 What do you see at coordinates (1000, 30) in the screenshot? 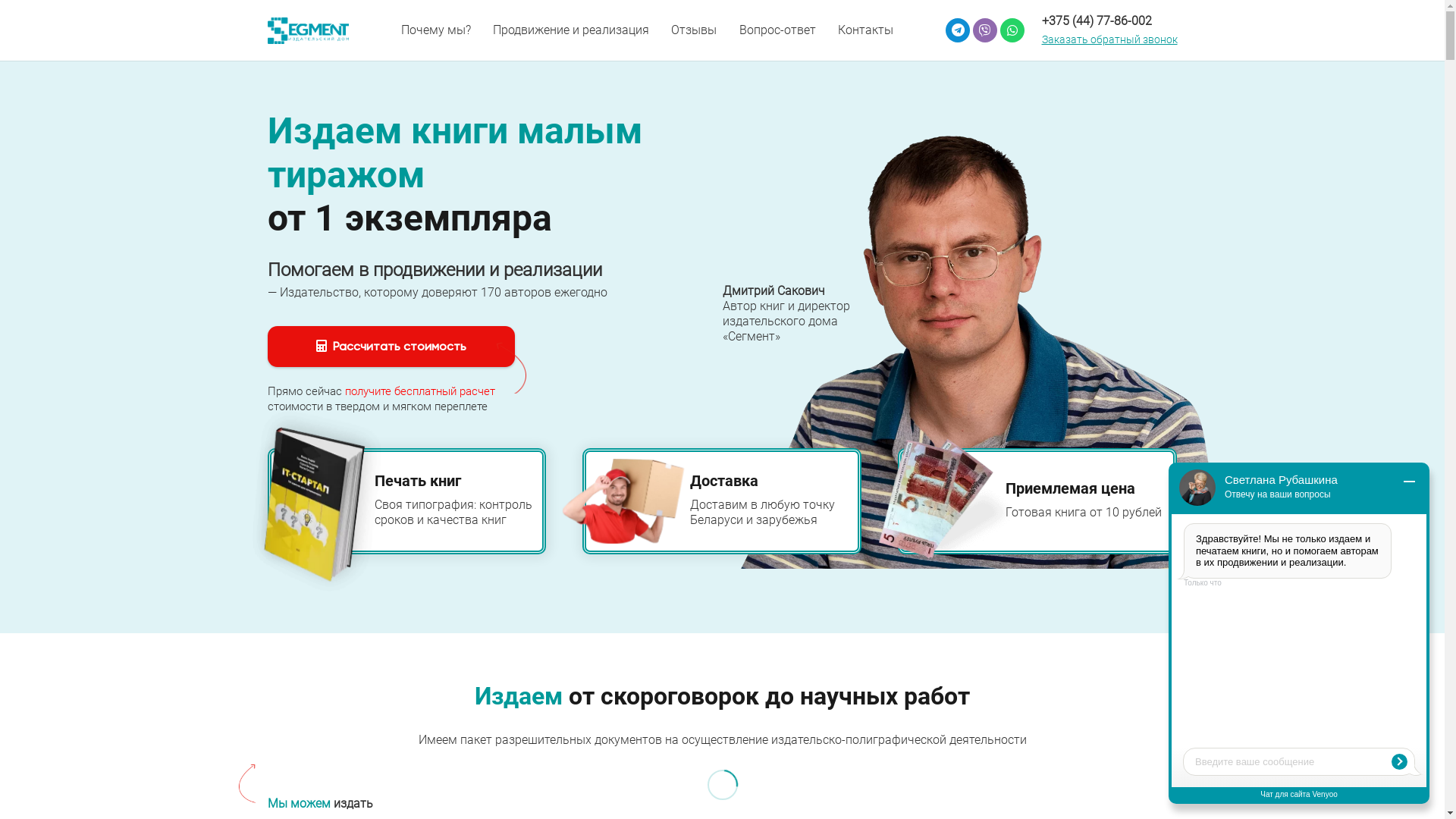
I see `'WhatsApp'` at bounding box center [1000, 30].